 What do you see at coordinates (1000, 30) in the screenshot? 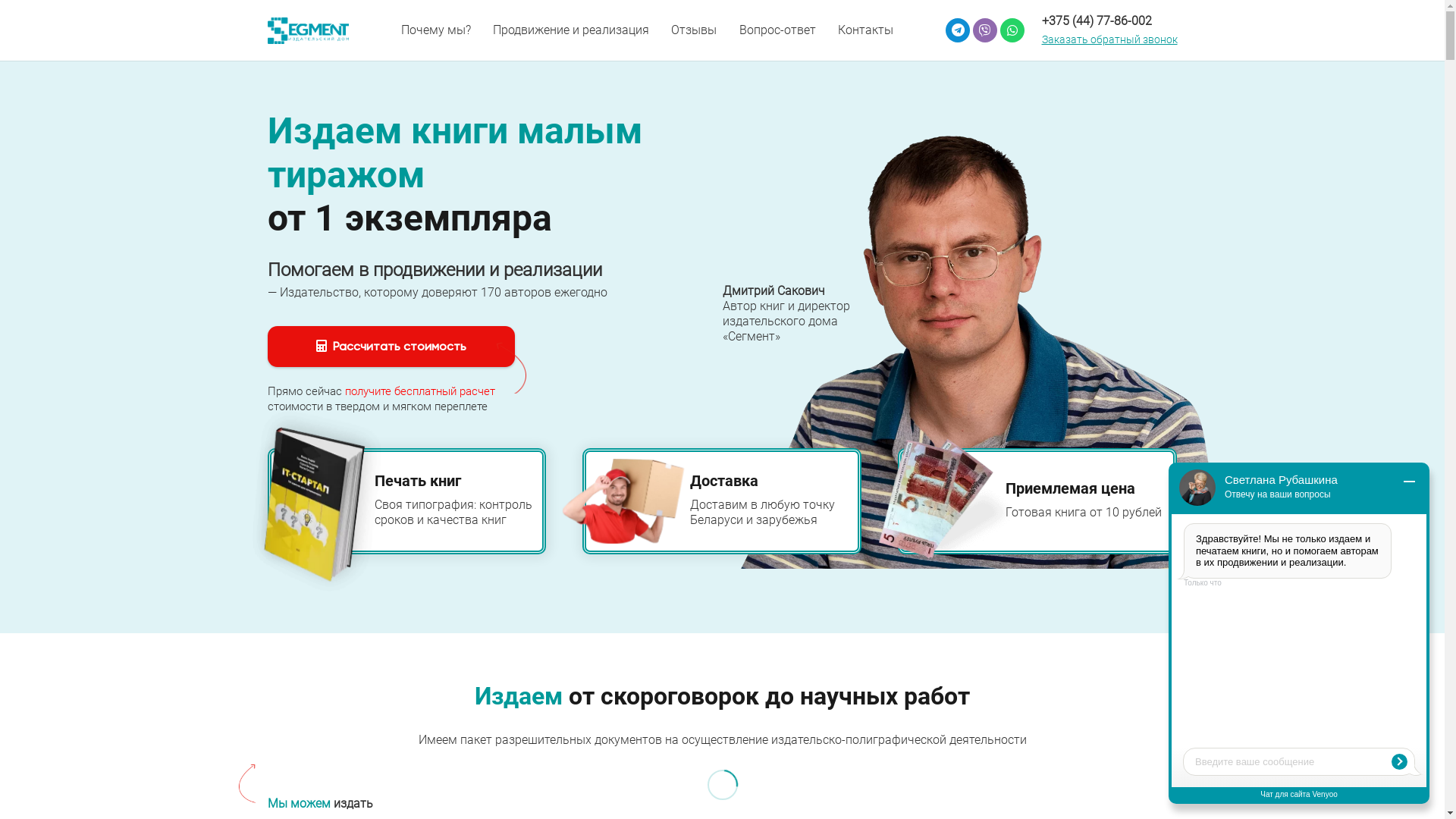
I see `'WhatsApp'` at bounding box center [1000, 30].